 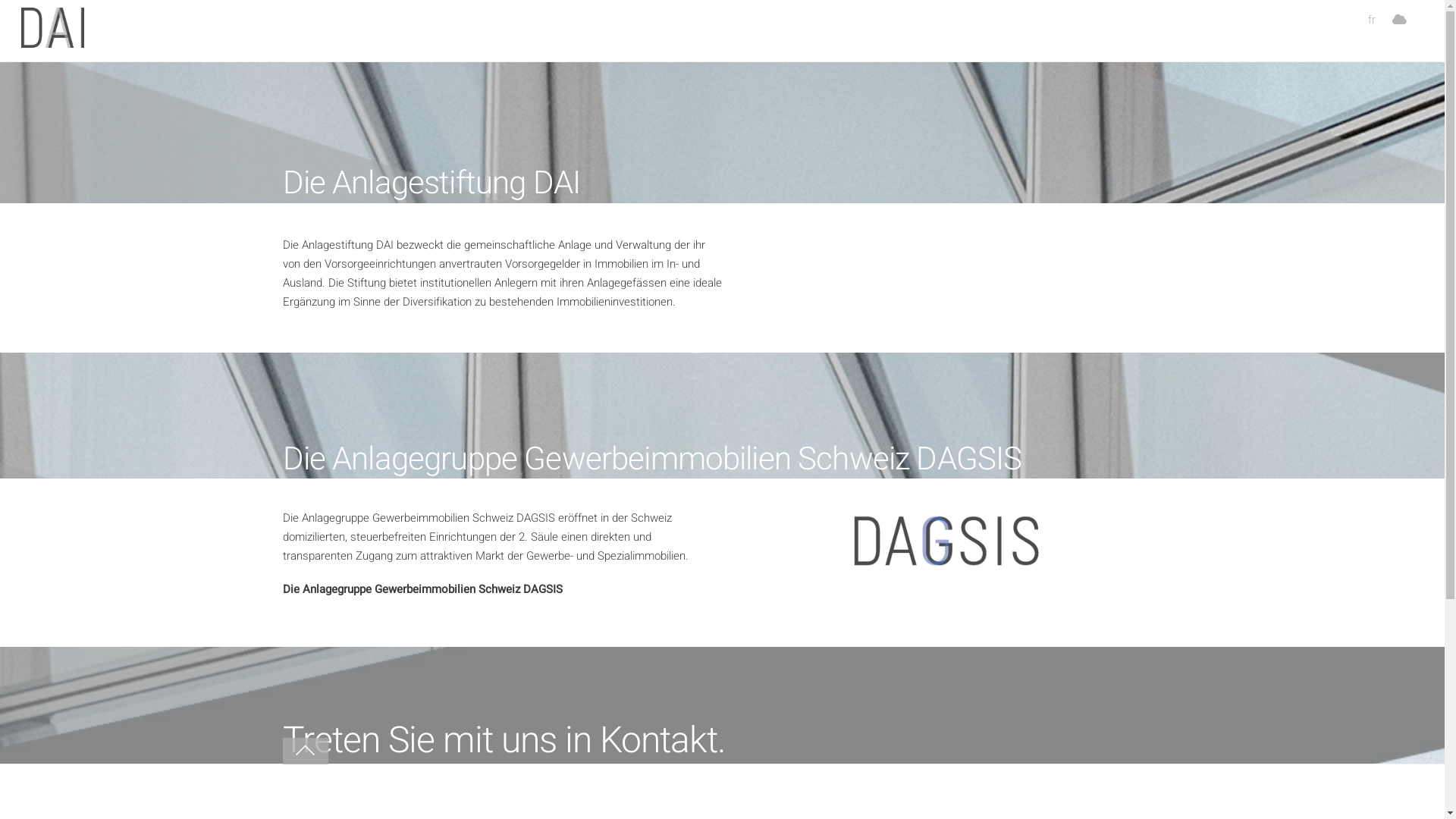 What do you see at coordinates (422, 588) in the screenshot?
I see `'Die Anlagegruppe Gewerbeimmobilien Schweiz DAGSIS'` at bounding box center [422, 588].